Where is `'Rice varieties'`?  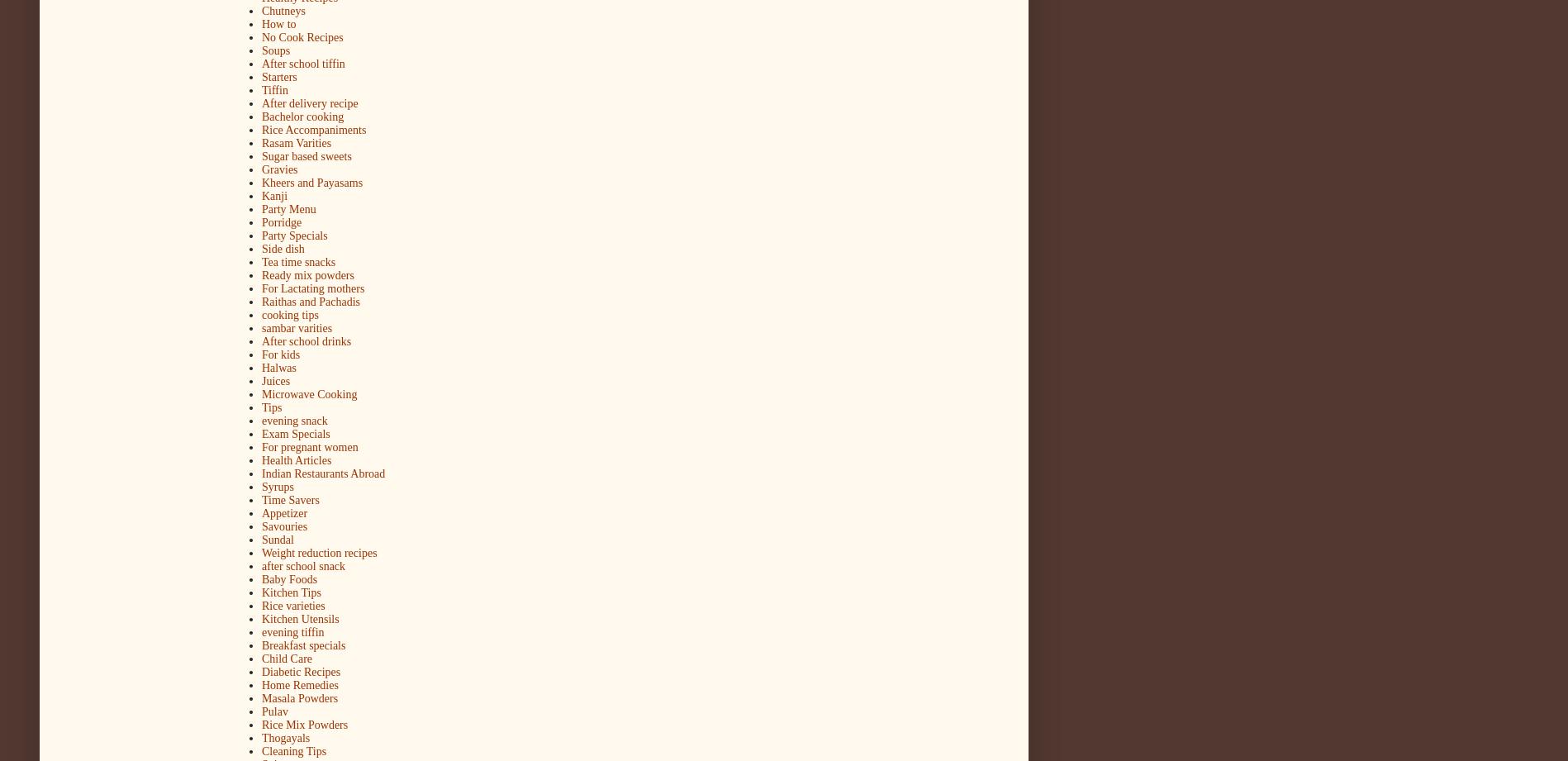
'Rice varieties' is located at coordinates (292, 606).